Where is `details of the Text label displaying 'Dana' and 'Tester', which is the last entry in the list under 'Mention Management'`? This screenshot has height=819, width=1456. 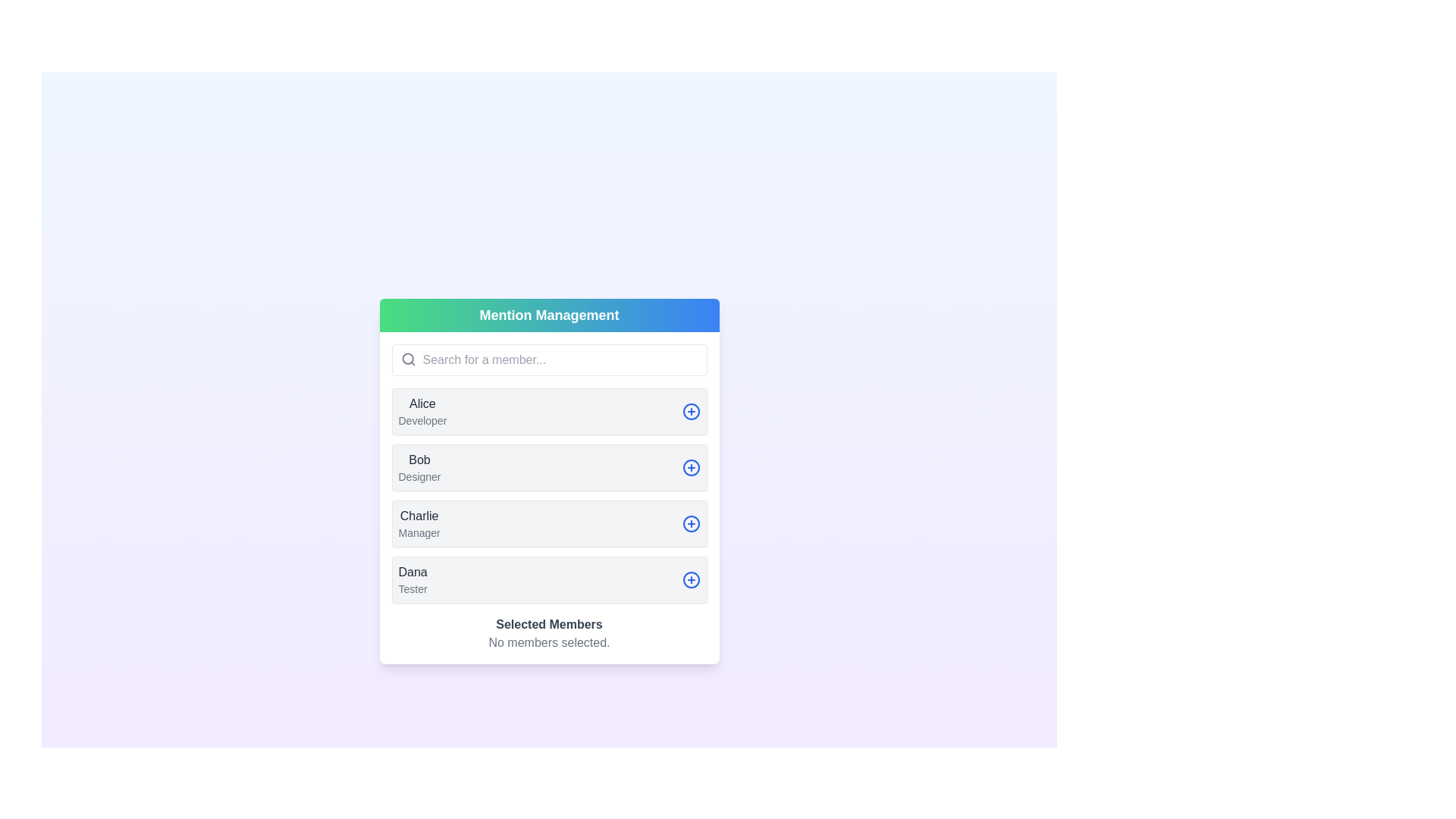
details of the Text label displaying 'Dana' and 'Tester', which is the last entry in the list under 'Mention Management' is located at coordinates (413, 579).